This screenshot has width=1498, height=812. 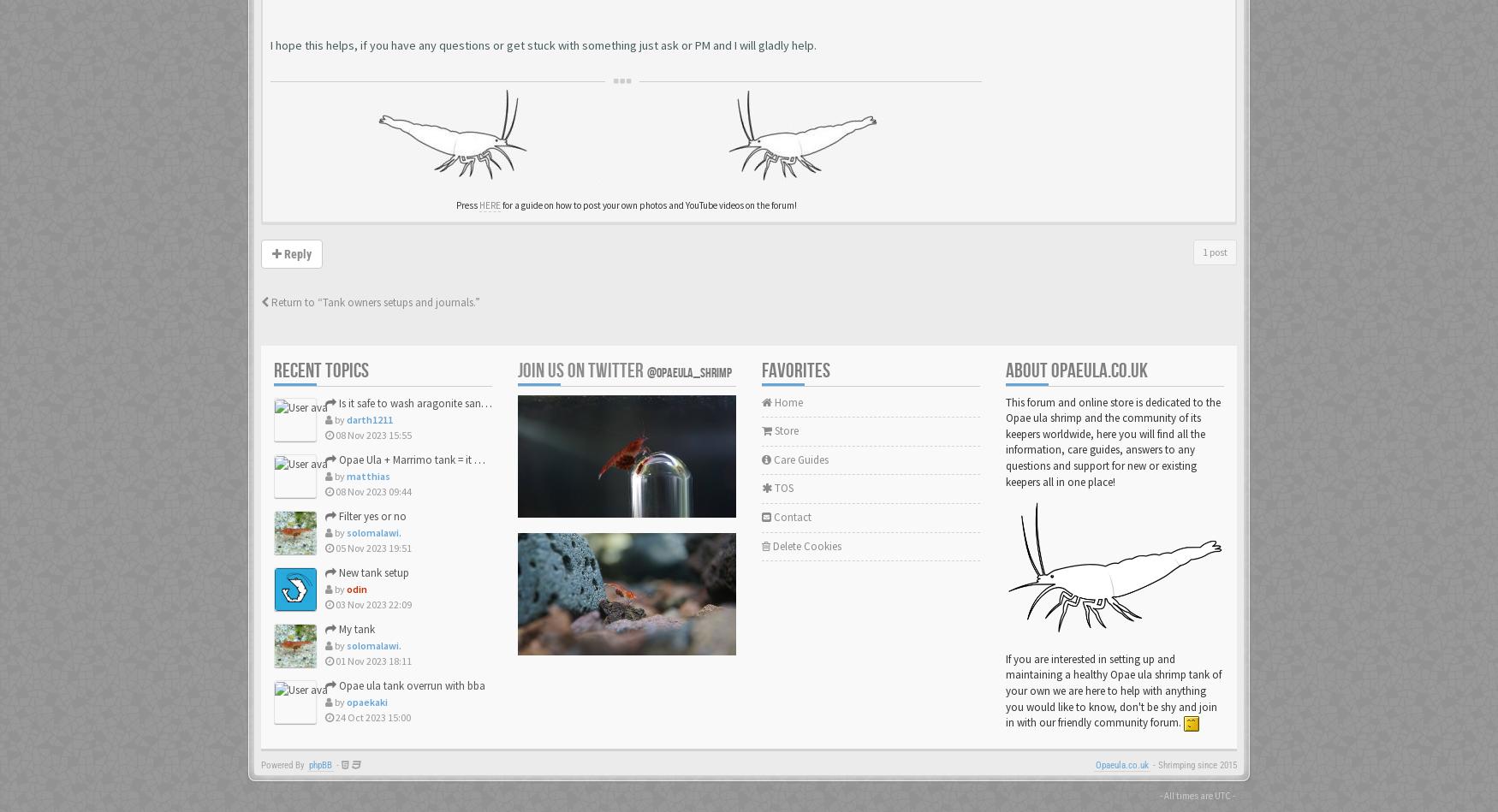 I want to click on 'Is it safe to wash aragonite sand, and lava rock under tap w...', so click(x=336, y=402).